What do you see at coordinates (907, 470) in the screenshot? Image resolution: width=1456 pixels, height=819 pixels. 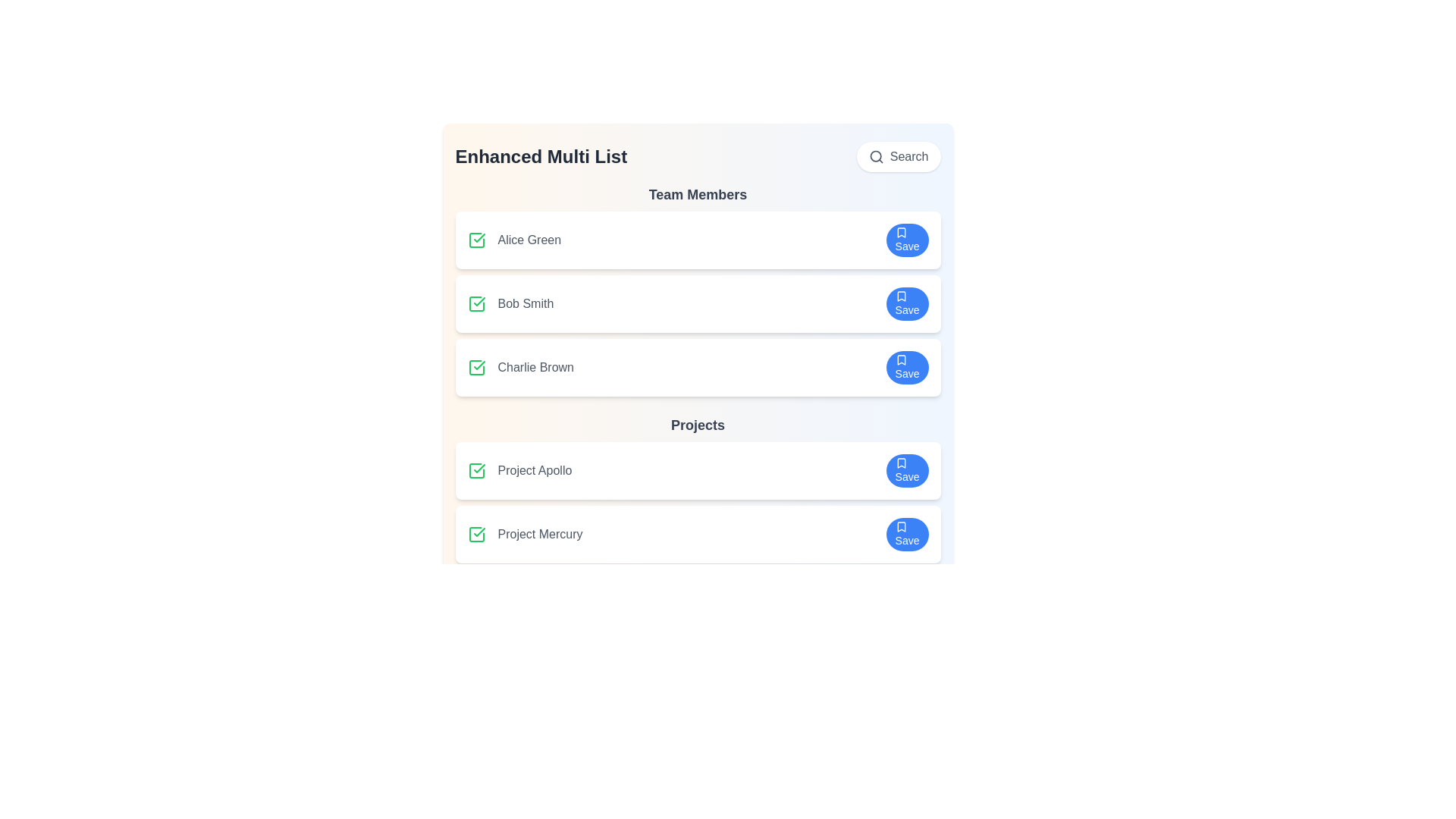 I see `the save button for Project Apollo` at bounding box center [907, 470].